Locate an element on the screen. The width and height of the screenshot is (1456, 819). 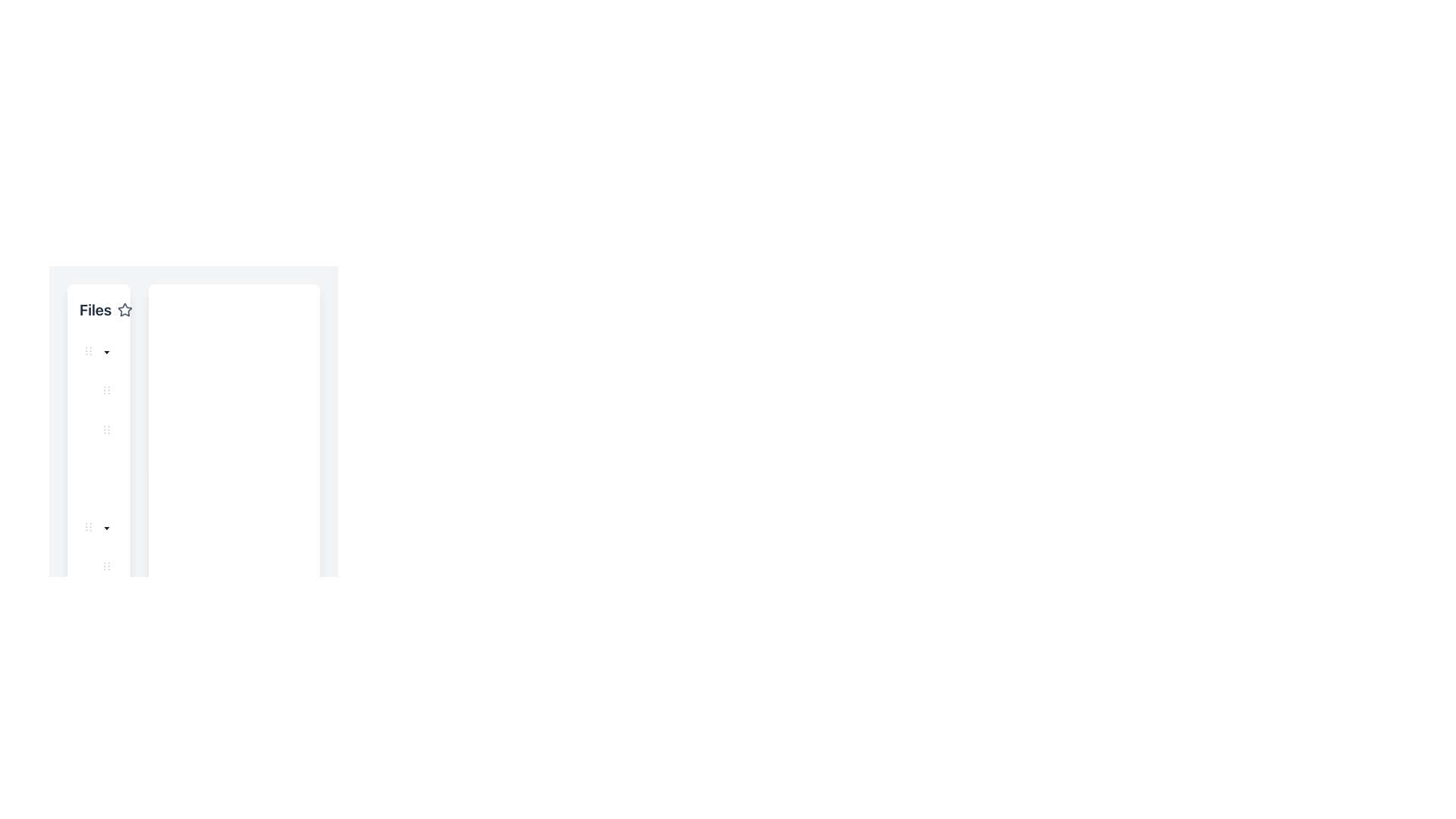
the bold title text 'Files' in the left sidebar, which is styled with a dark gray font and is the first visible item in the vertical list of navigation items is located at coordinates (98, 309).